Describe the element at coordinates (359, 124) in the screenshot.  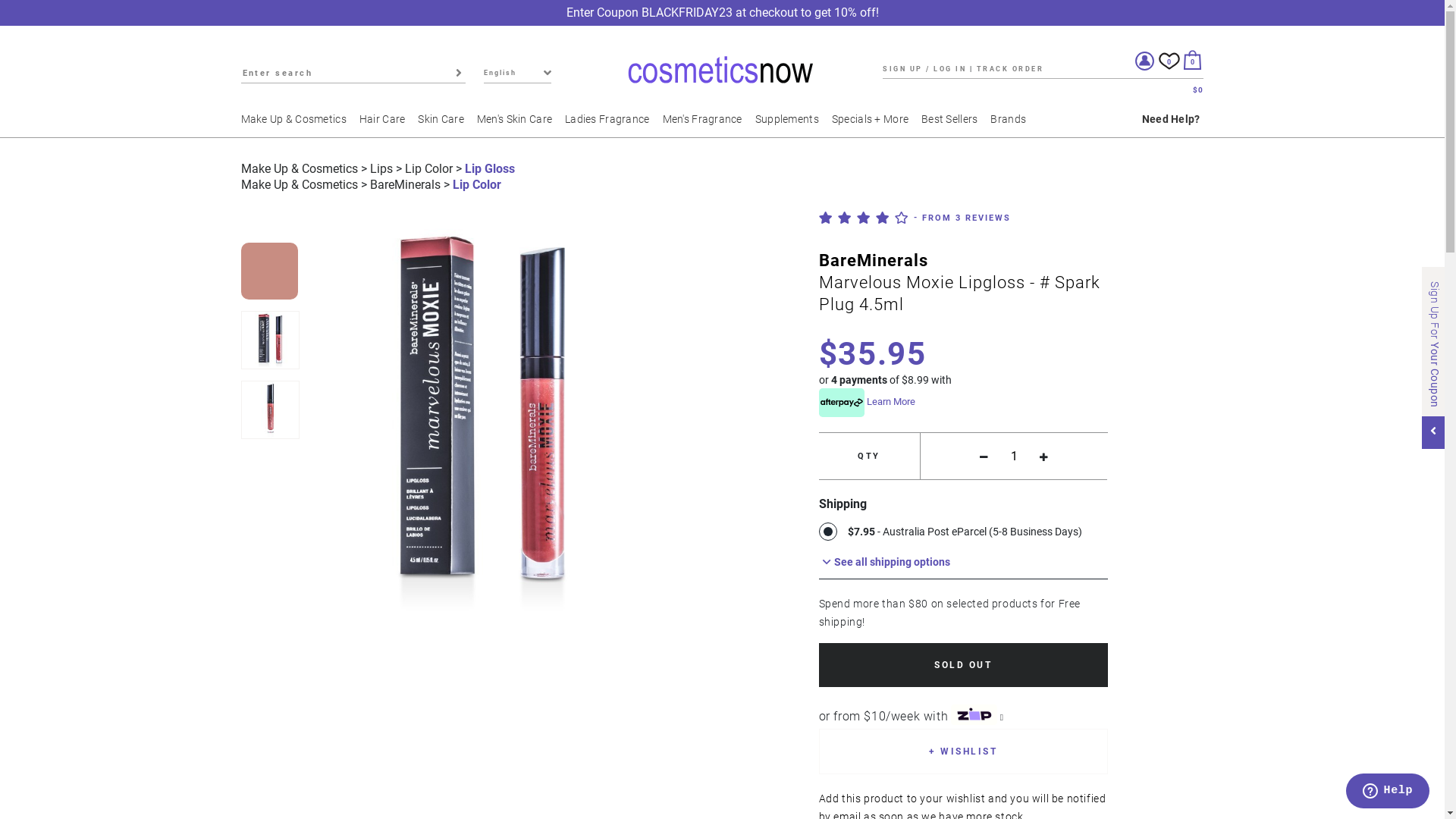
I see `'Hair Care'` at that location.